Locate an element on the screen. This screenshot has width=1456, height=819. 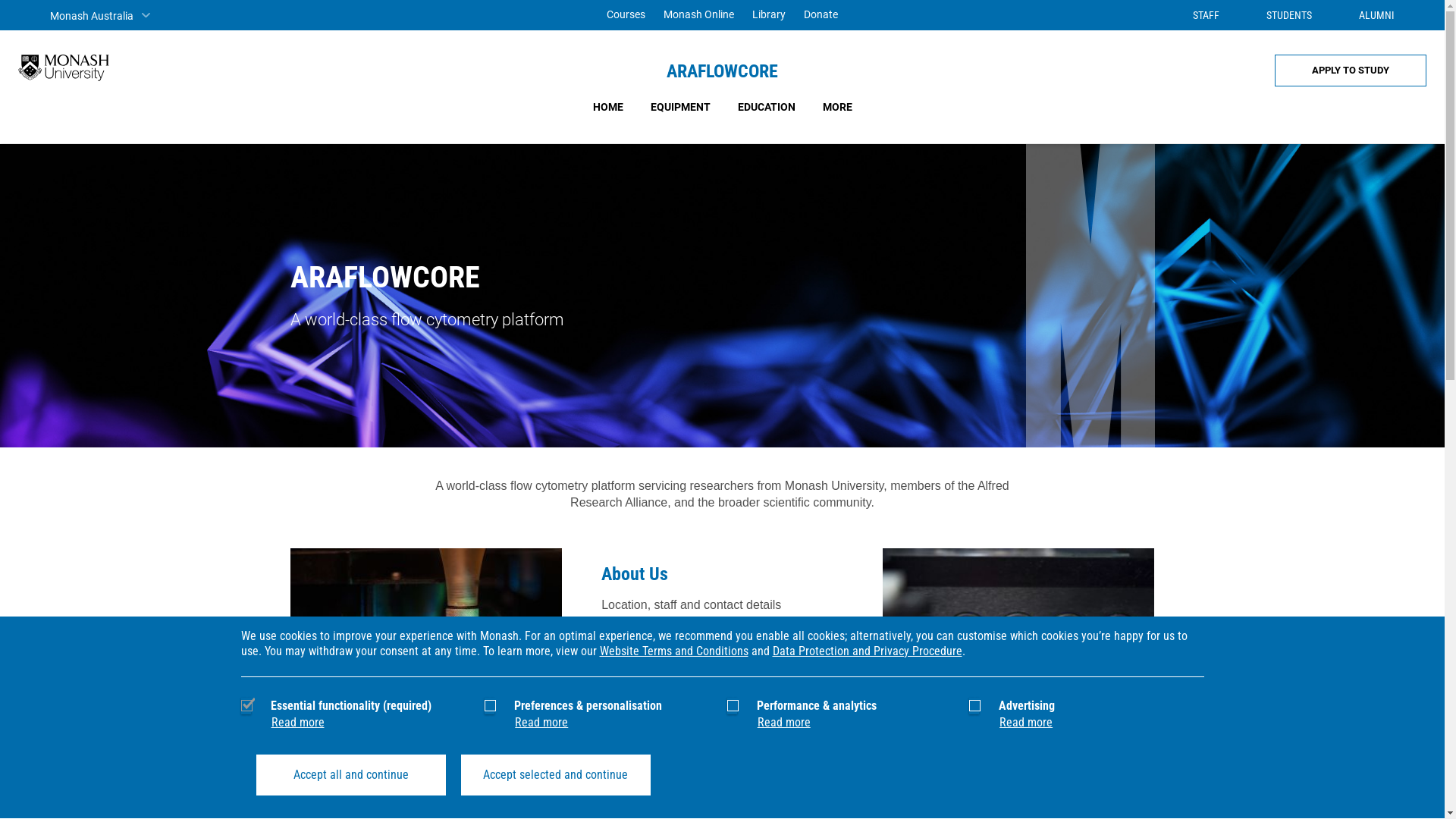
'Monash Online' is located at coordinates (698, 14).